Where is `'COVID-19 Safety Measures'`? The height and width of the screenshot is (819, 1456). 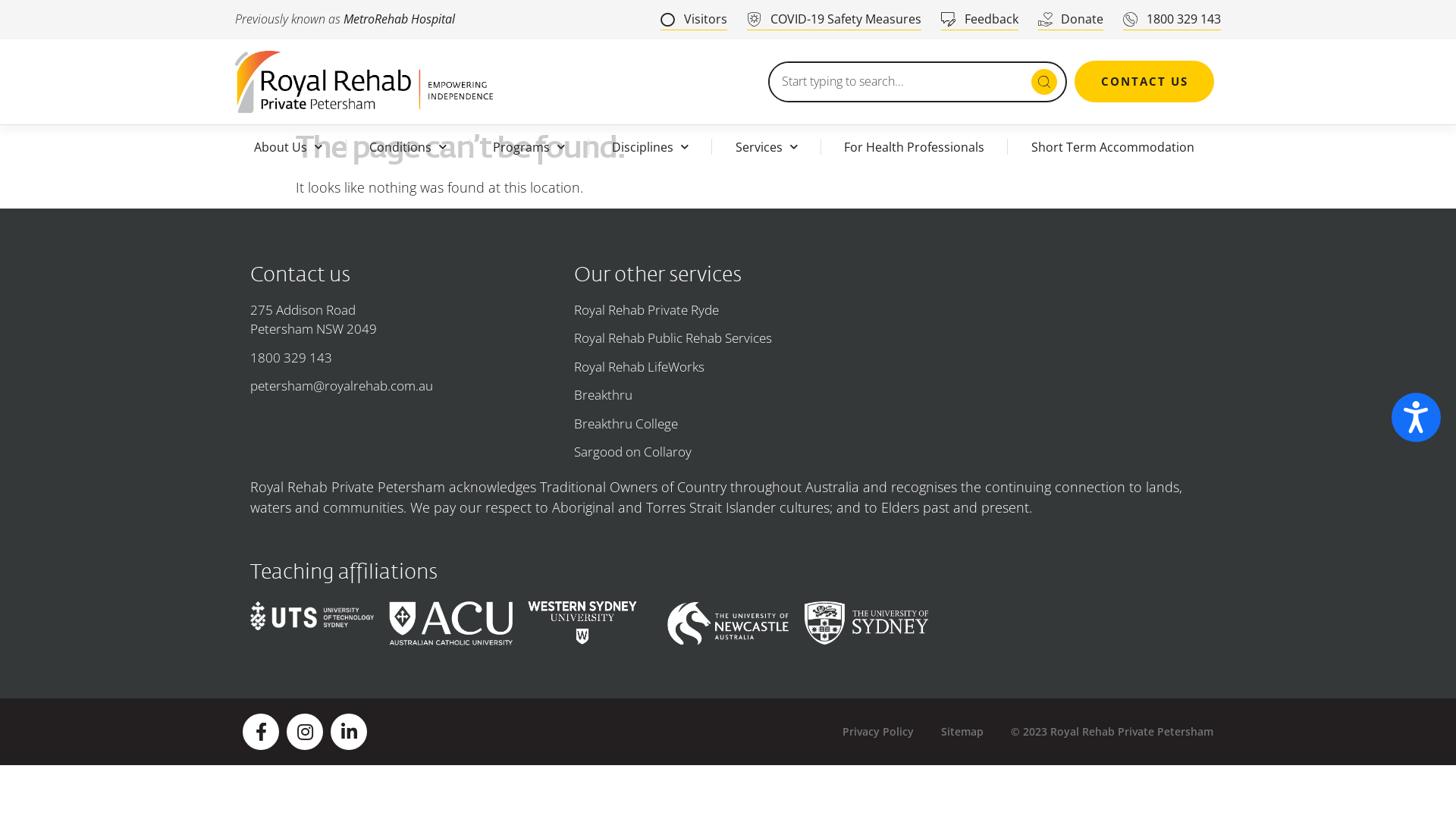 'COVID-19 Safety Measures' is located at coordinates (833, 20).